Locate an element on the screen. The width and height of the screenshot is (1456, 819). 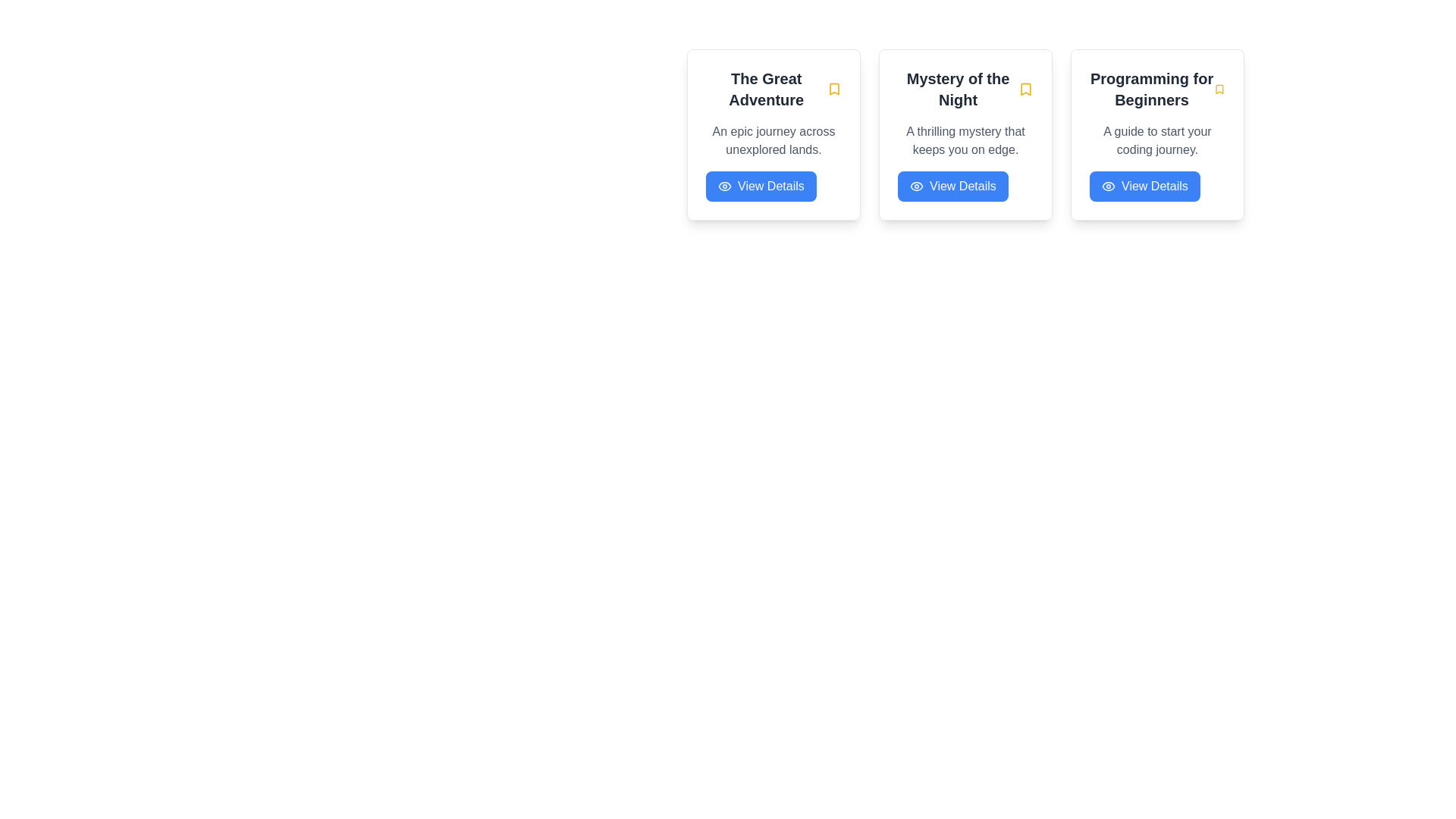
the yellow bookmark icon associated with the bold text block 'Programming for Beginners' located at the top of the first card in the row is located at coordinates (1156, 89).